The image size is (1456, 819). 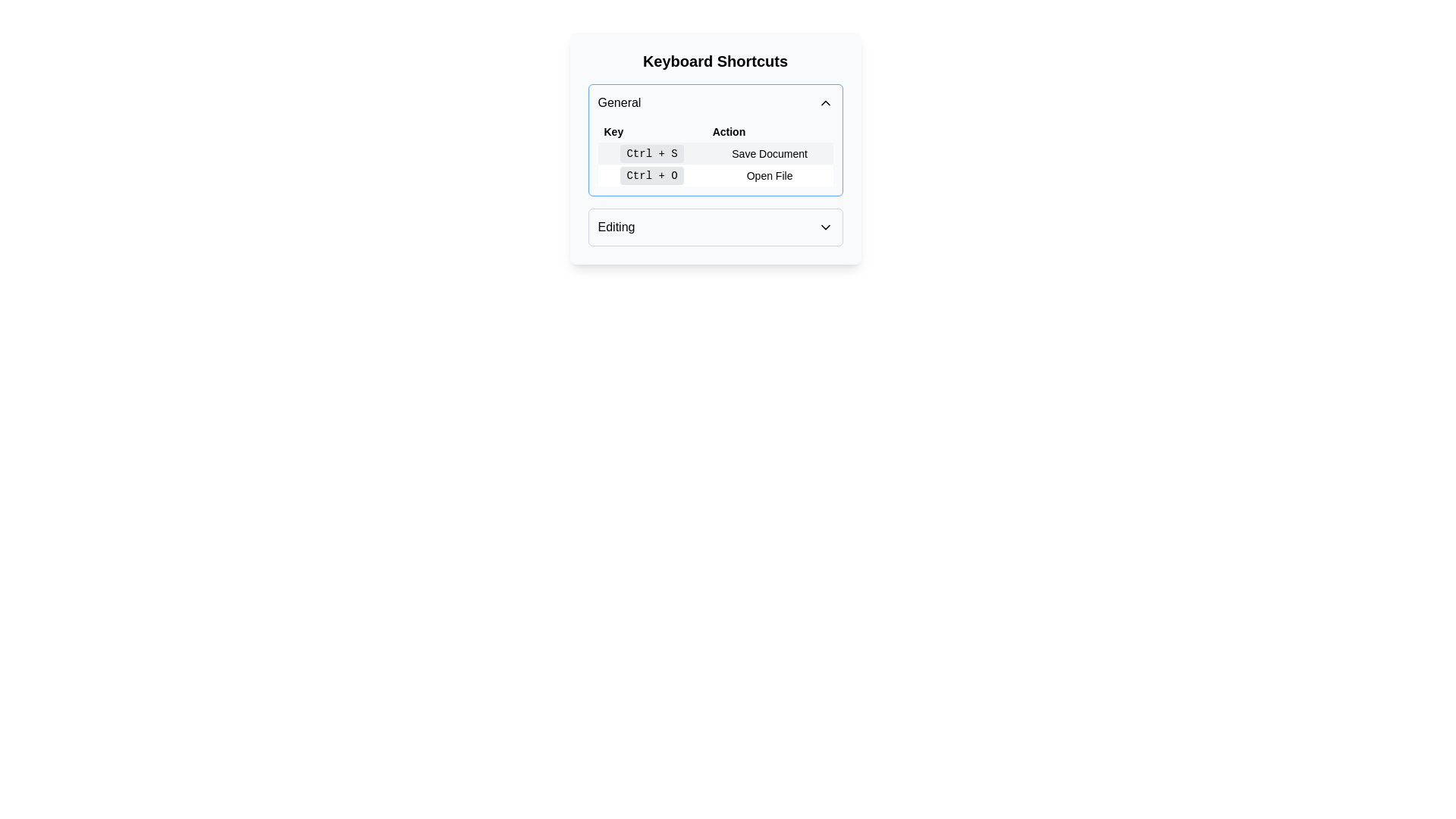 I want to click on the Dropdown indicator icon that expands or collapses the menu related to 'Editing' text, so click(x=824, y=227).